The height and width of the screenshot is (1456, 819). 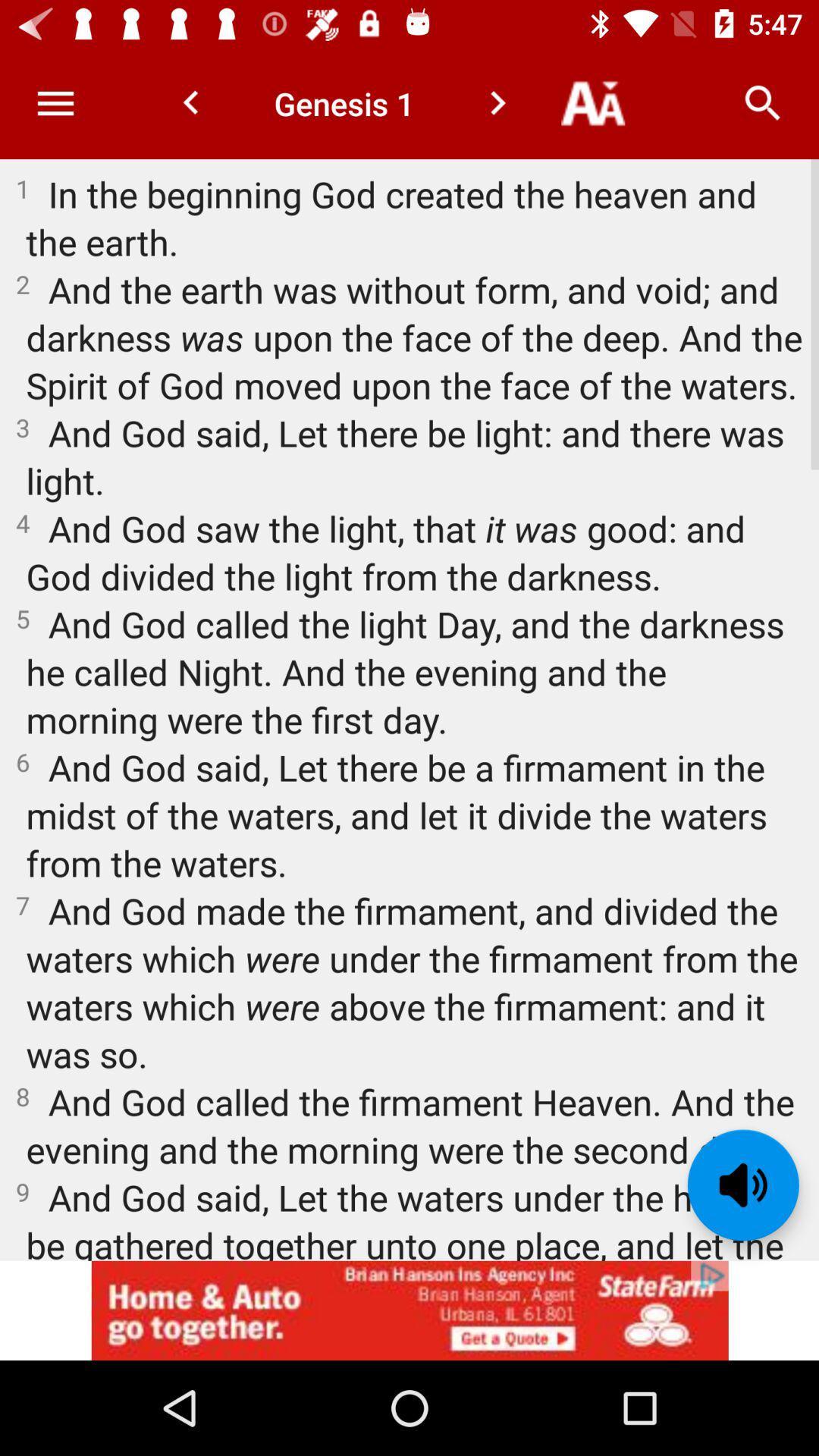 What do you see at coordinates (742, 1185) in the screenshot?
I see `audio` at bounding box center [742, 1185].